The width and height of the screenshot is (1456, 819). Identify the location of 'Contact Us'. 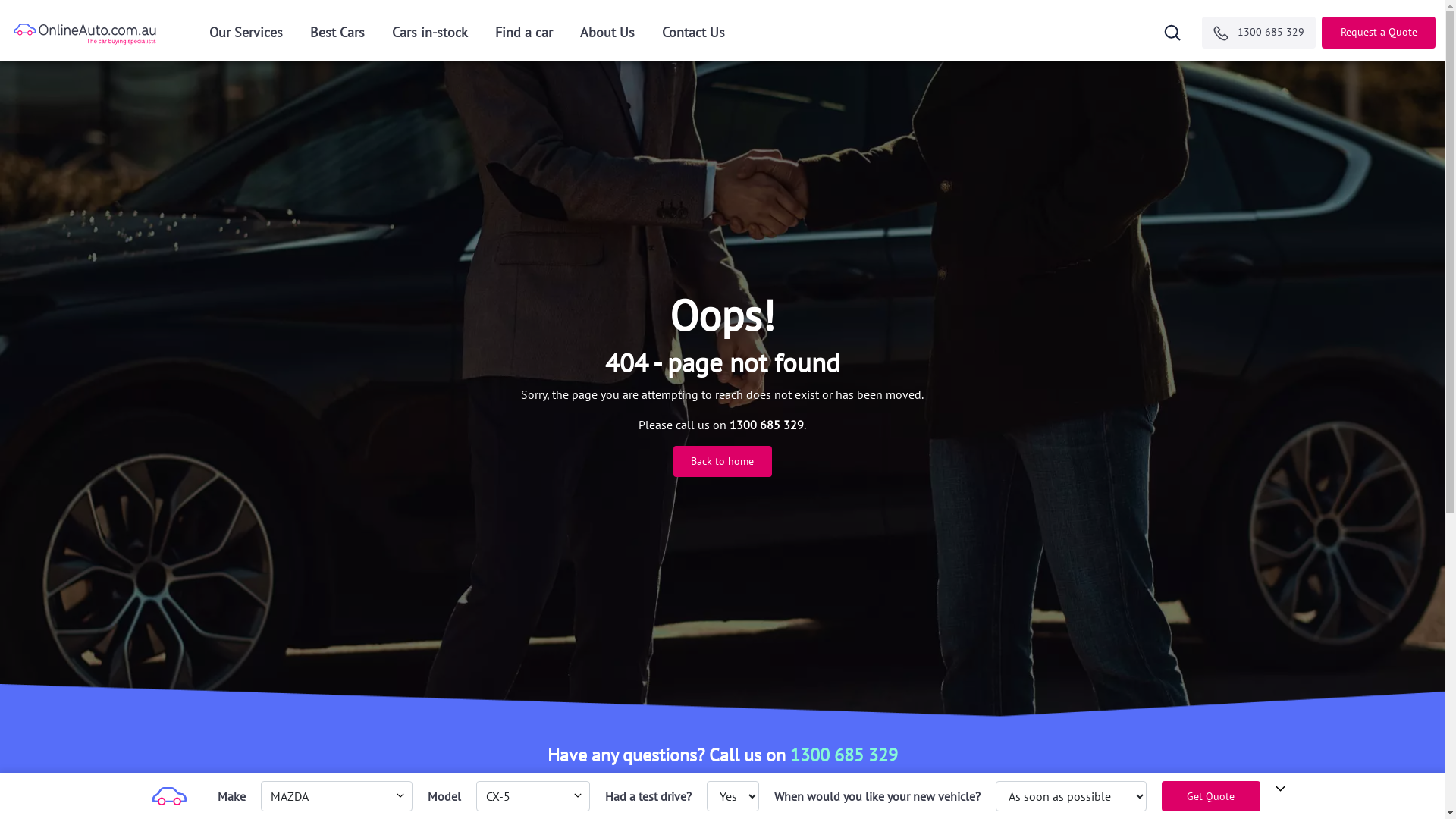
(692, 35).